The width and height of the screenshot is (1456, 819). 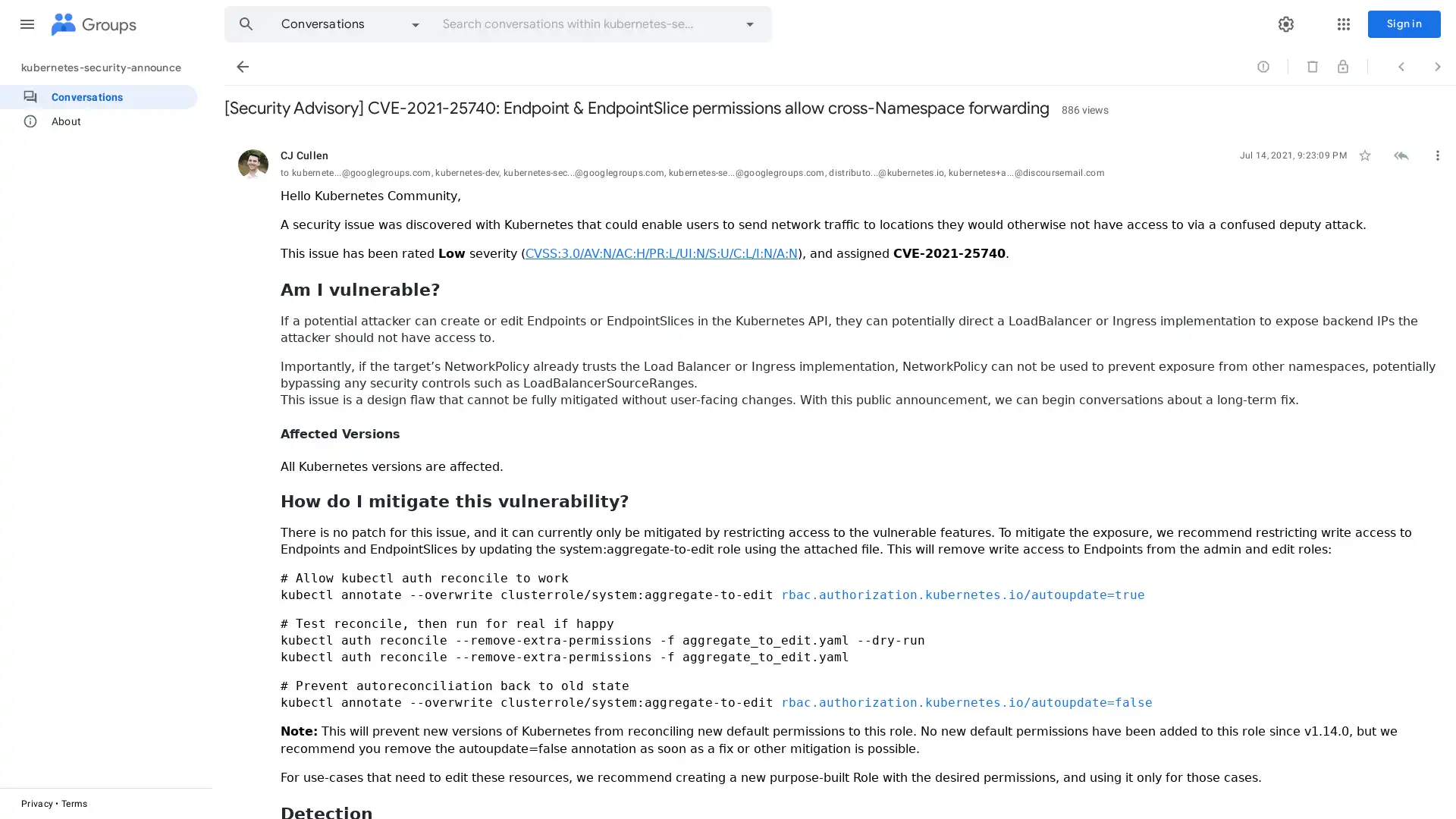 What do you see at coordinates (1343, 66) in the screenshot?
I see `You need the content moderator permission to lock conversations` at bounding box center [1343, 66].